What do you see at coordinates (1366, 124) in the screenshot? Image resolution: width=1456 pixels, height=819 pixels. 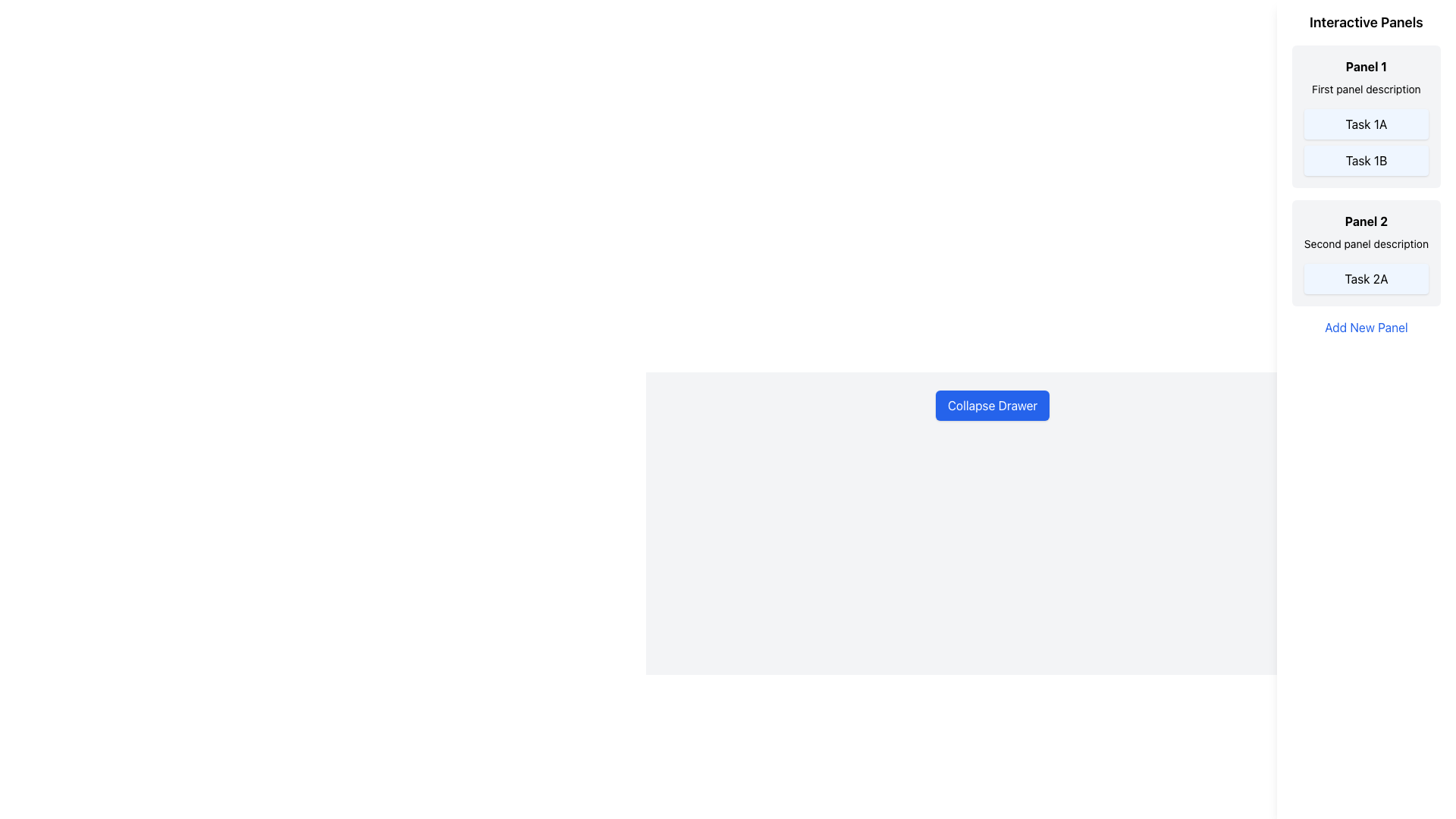 I see `the button labeled 'Task 1A' located in Panel 1 under 'First panel description'` at bounding box center [1366, 124].